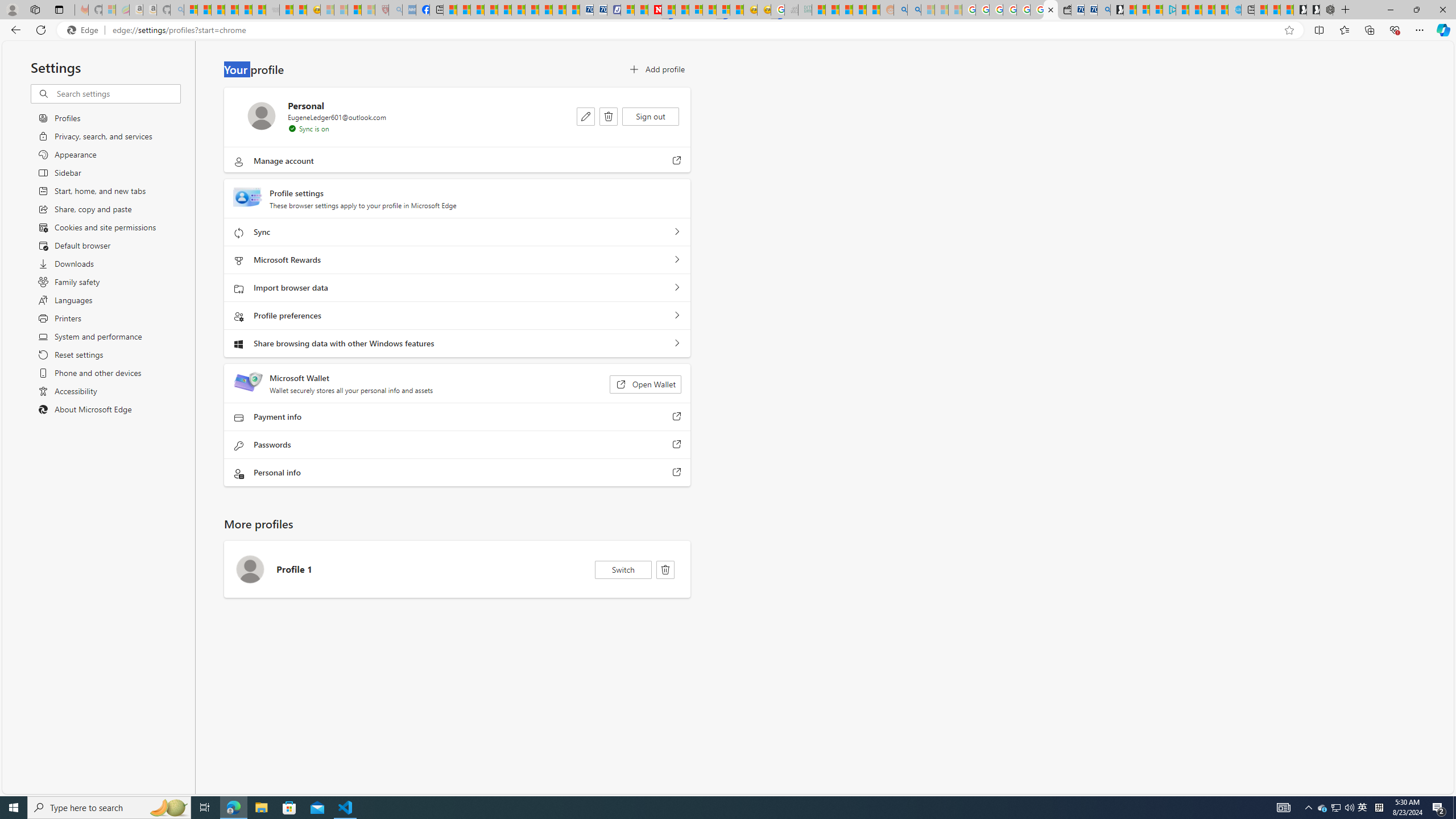 This screenshot has height=819, width=1456. Describe the element at coordinates (791, 9) in the screenshot. I see `'Navy Quest'` at that location.